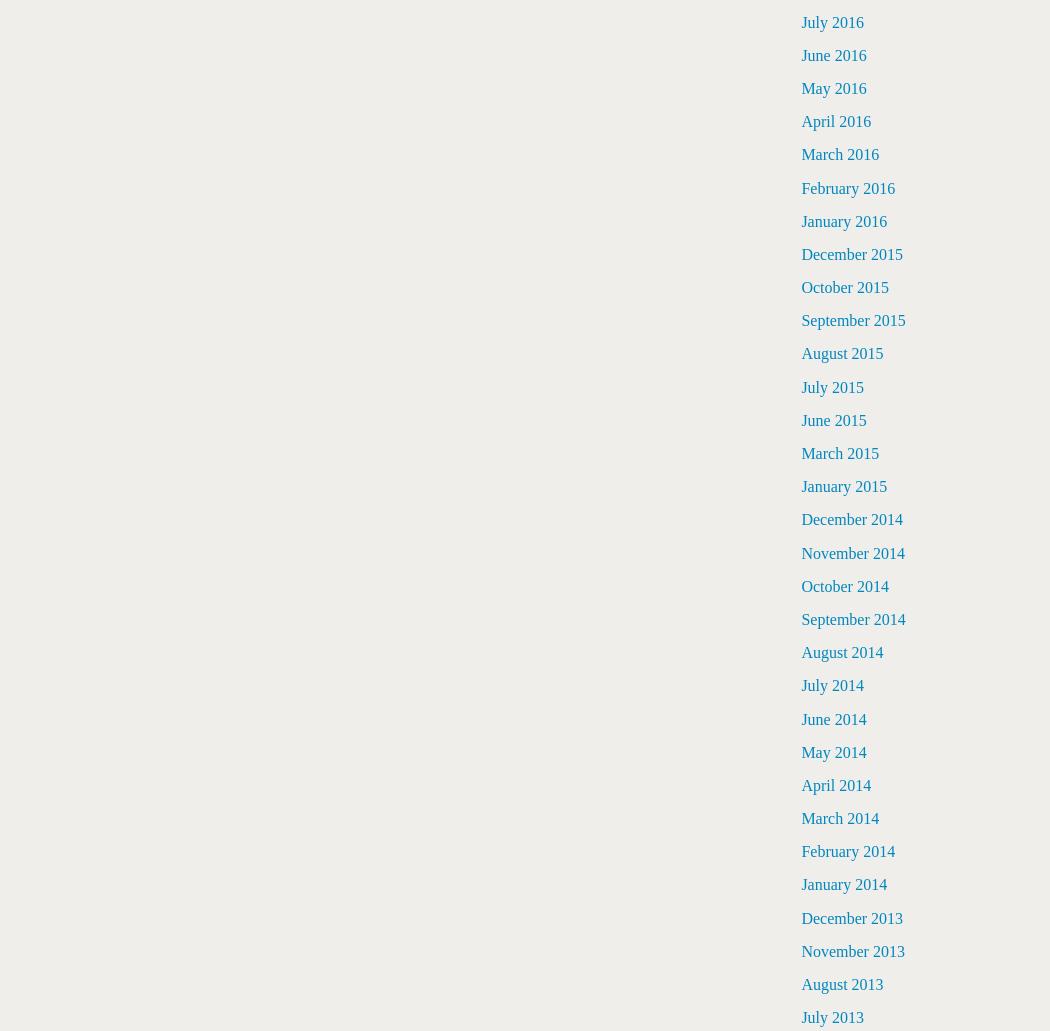 Image resolution: width=1050 pixels, height=1031 pixels. What do you see at coordinates (800, 518) in the screenshot?
I see `'December 2014'` at bounding box center [800, 518].